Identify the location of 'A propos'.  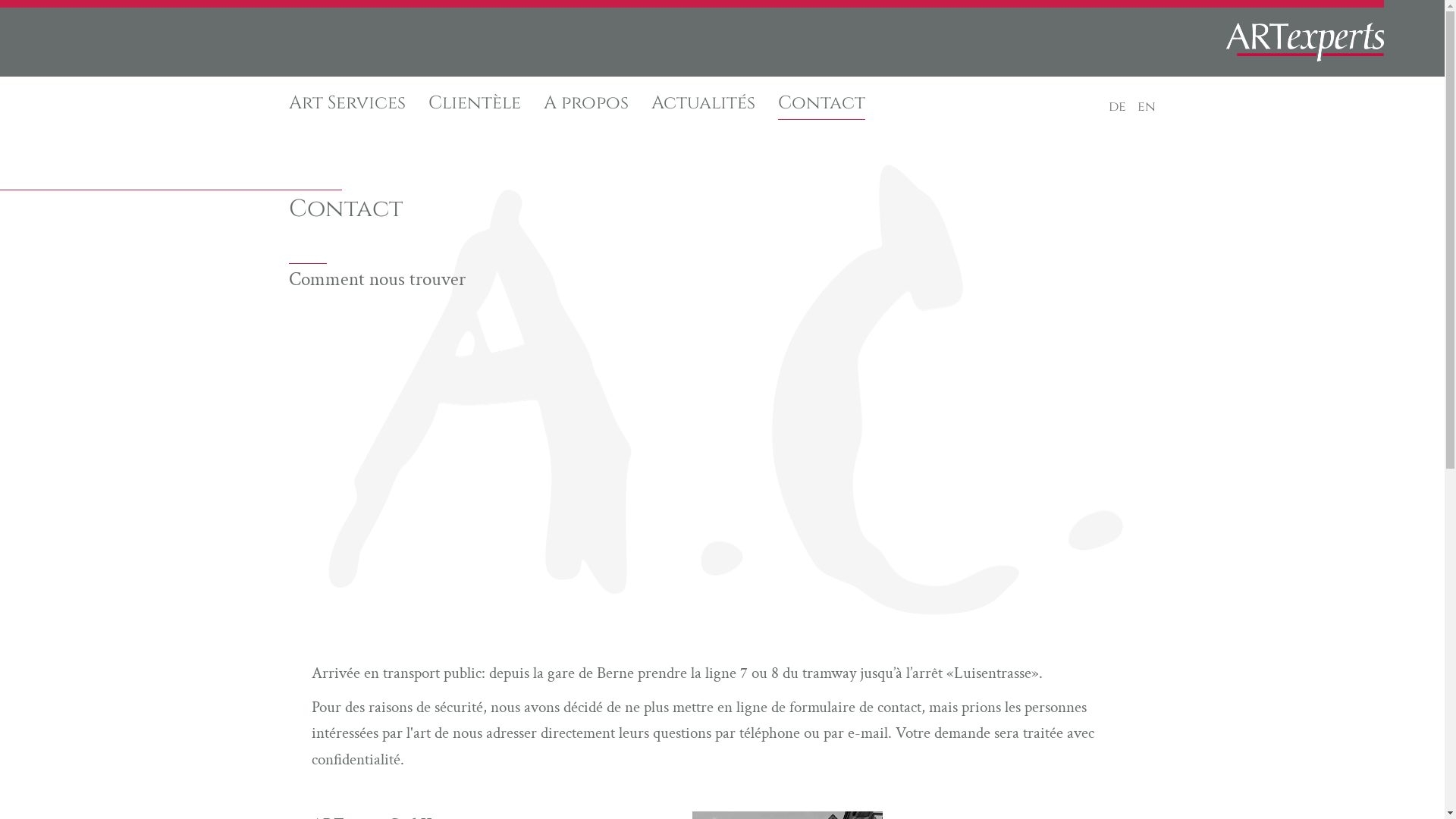
(585, 102).